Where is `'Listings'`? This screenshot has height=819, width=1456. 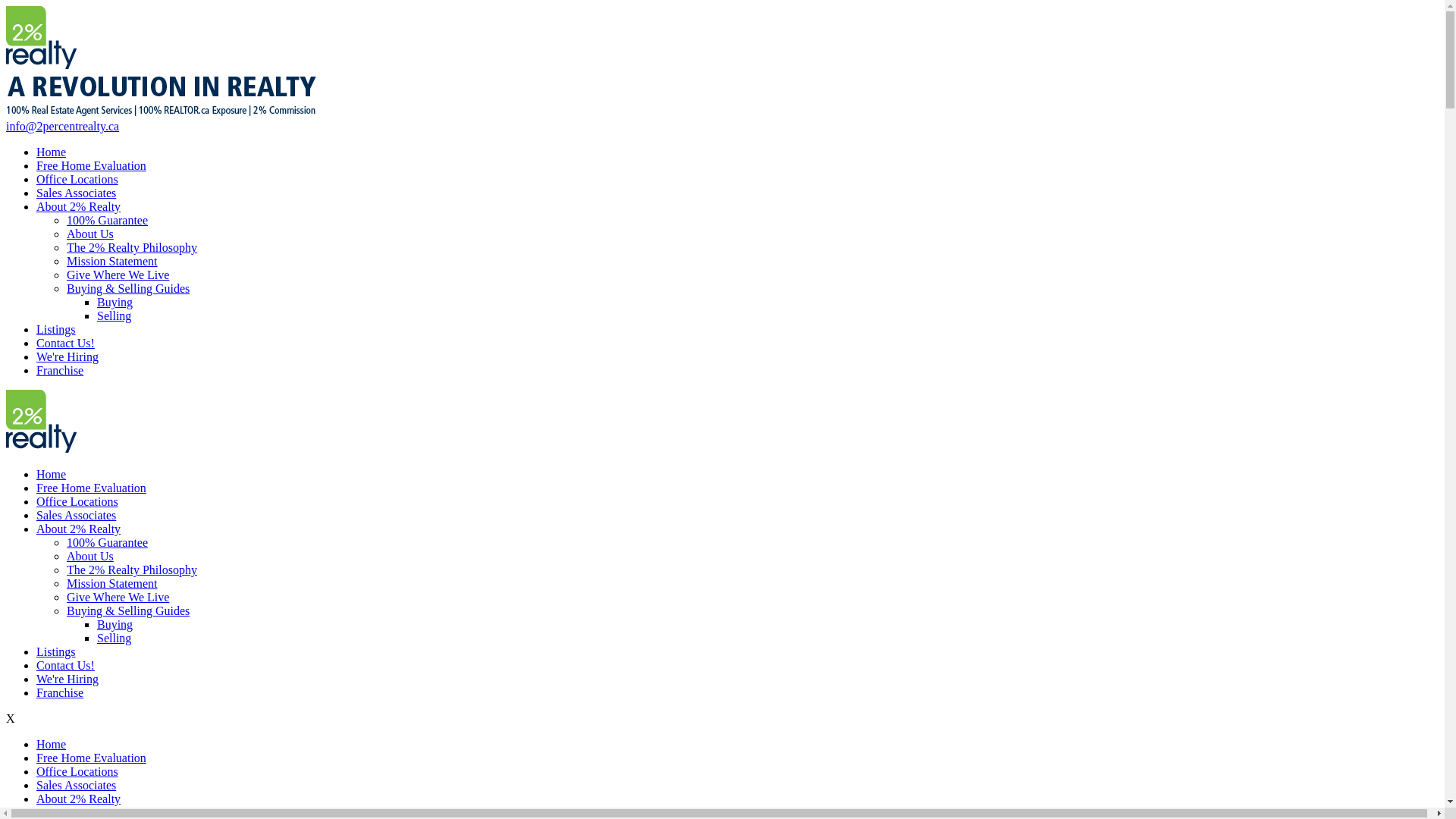 'Listings' is located at coordinates (55, 328).